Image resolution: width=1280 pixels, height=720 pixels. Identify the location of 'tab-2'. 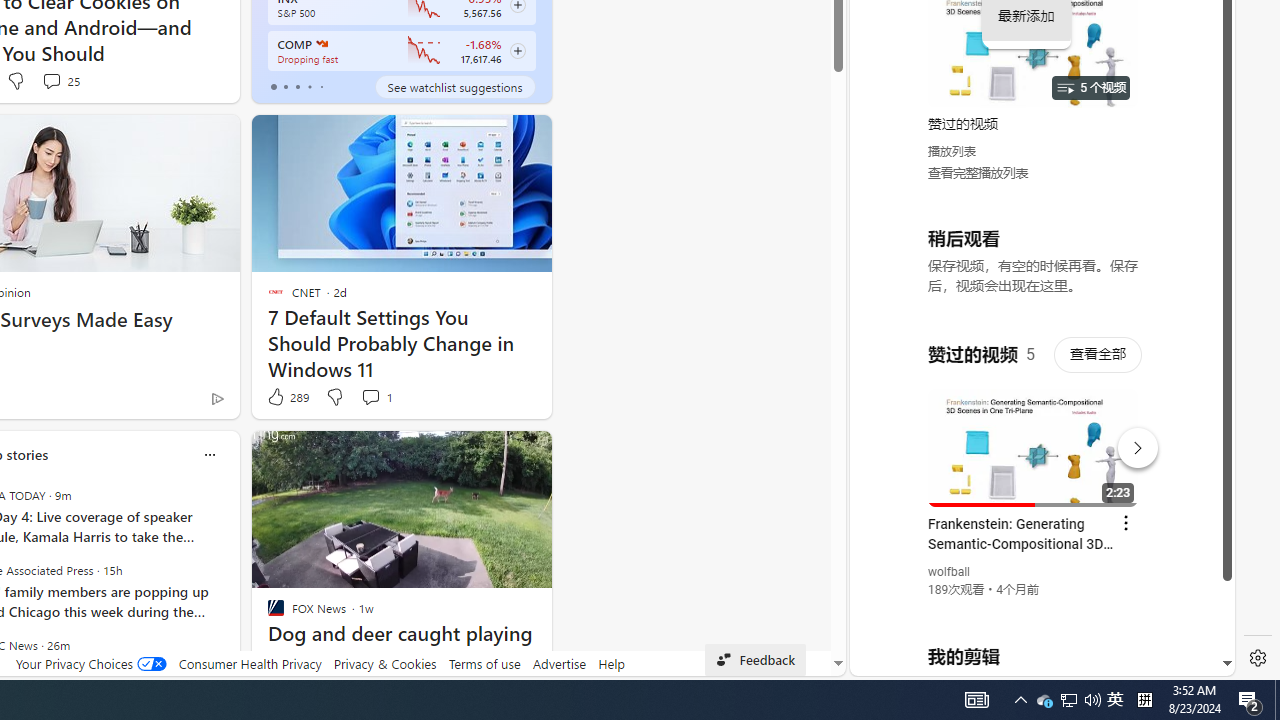
(296, 86).